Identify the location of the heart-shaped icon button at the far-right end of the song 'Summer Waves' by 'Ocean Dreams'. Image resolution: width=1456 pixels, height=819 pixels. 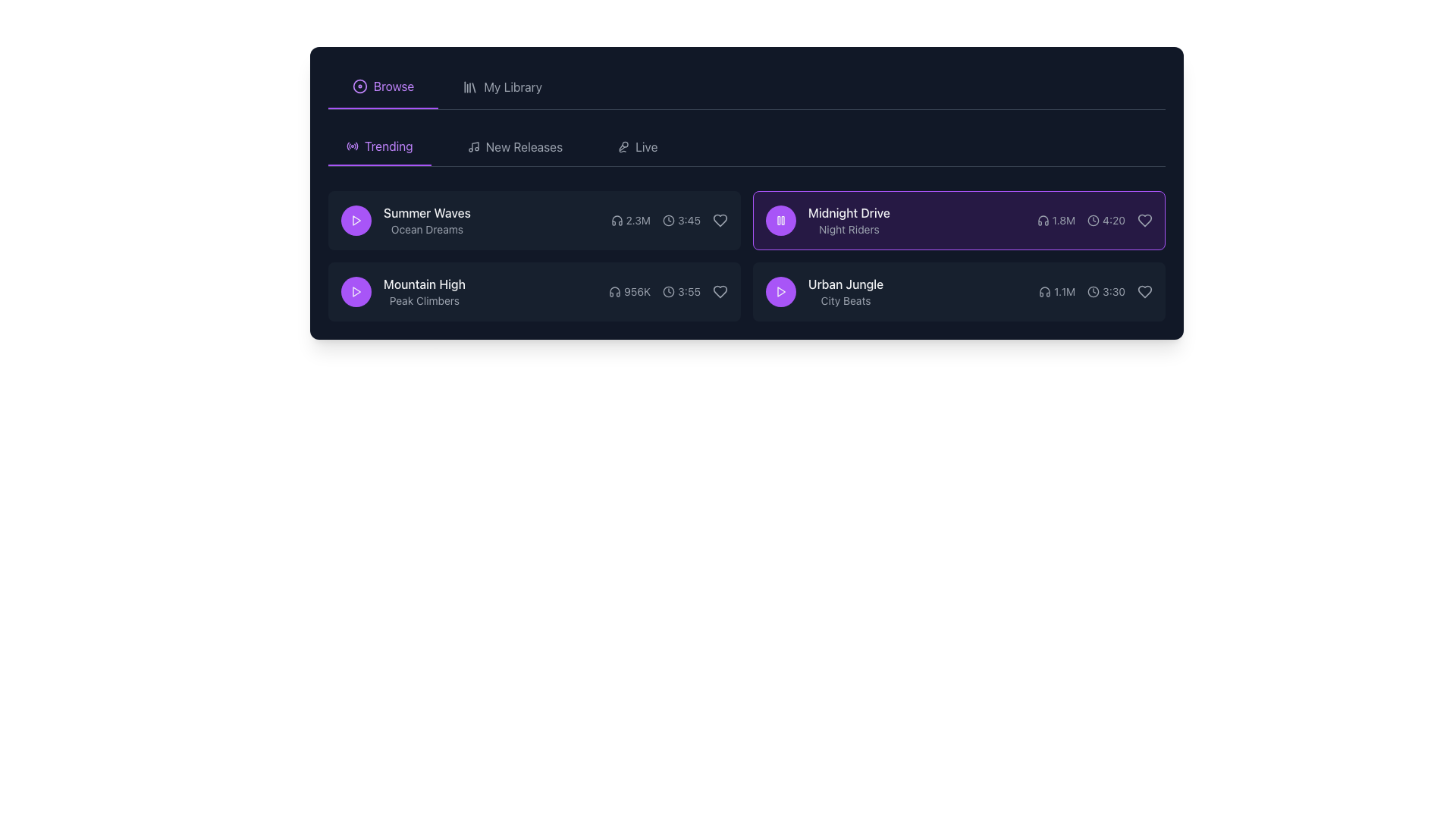
(720, 220).